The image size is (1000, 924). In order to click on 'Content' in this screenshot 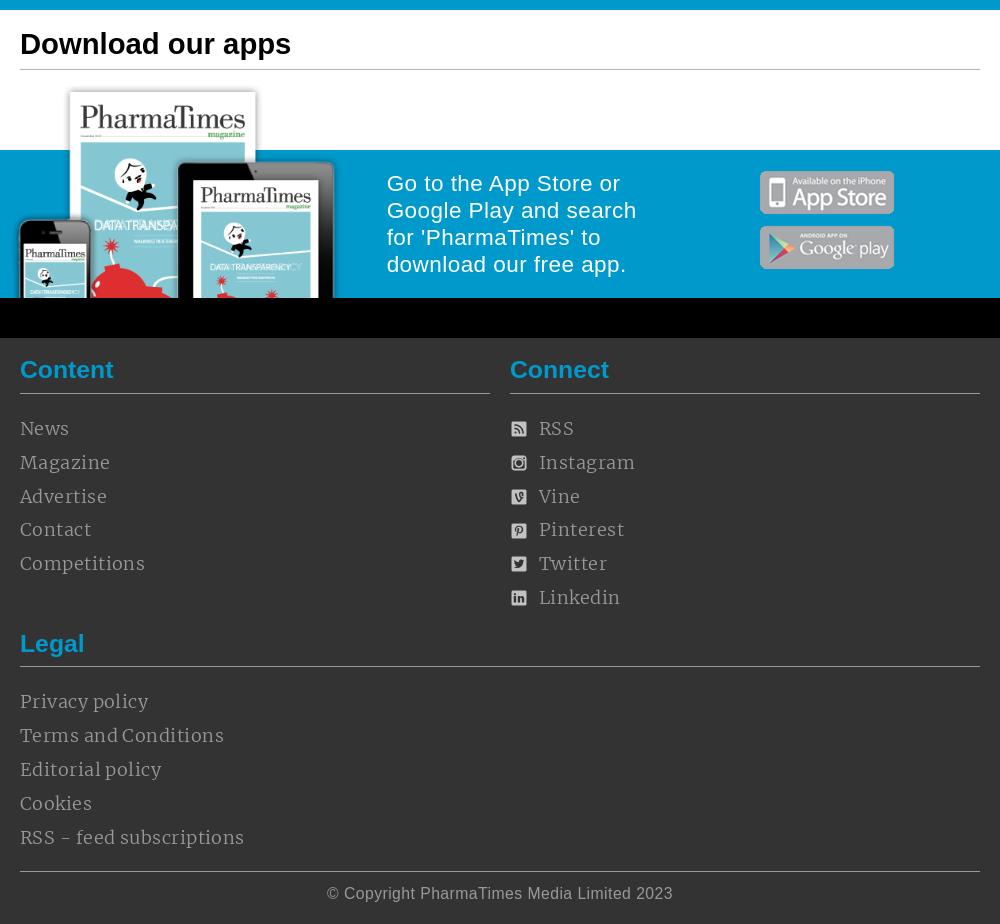, I will do `click(65, 369)`.